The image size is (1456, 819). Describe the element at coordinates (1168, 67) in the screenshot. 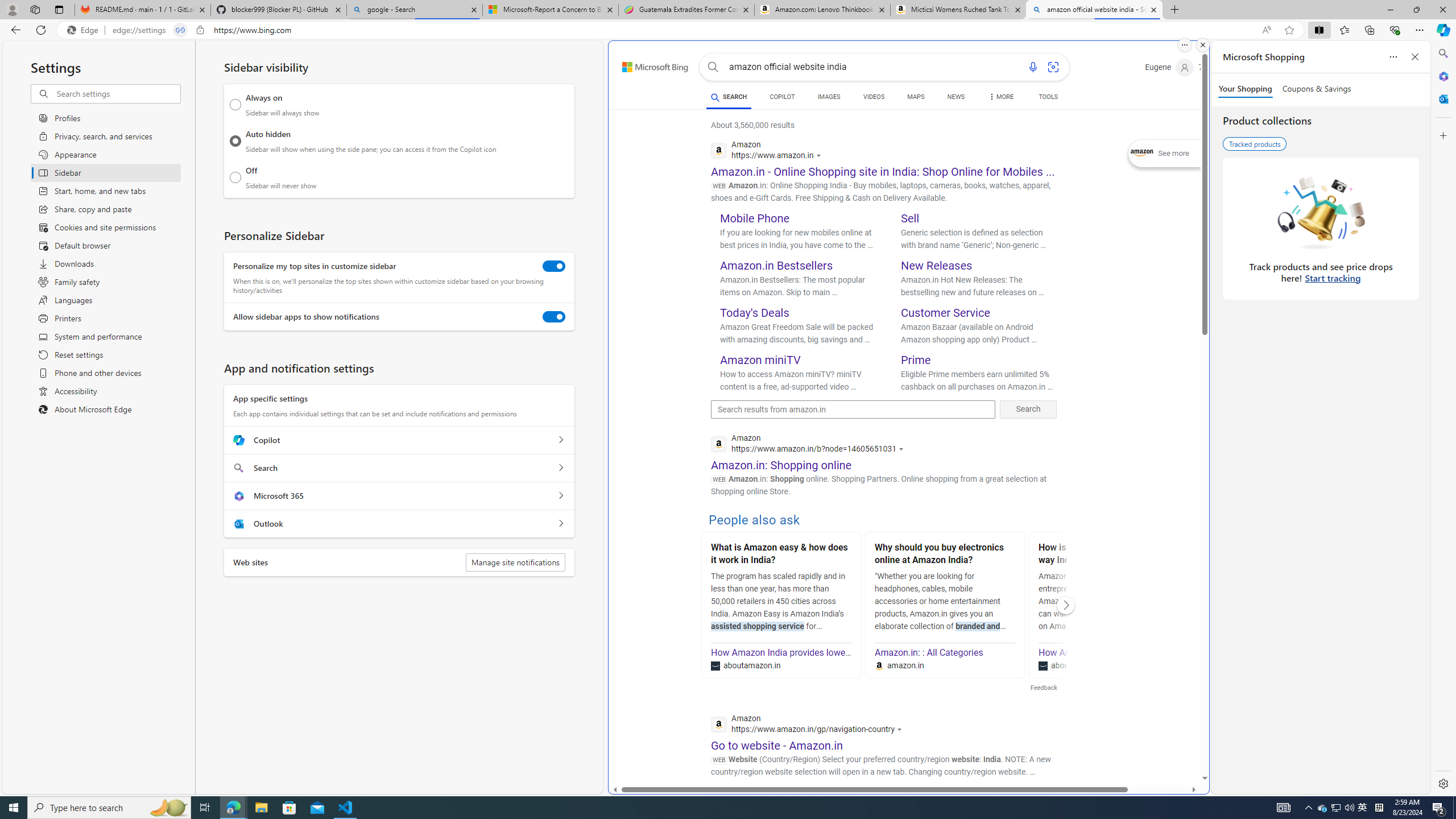

I see `'Eugene'` at that location.